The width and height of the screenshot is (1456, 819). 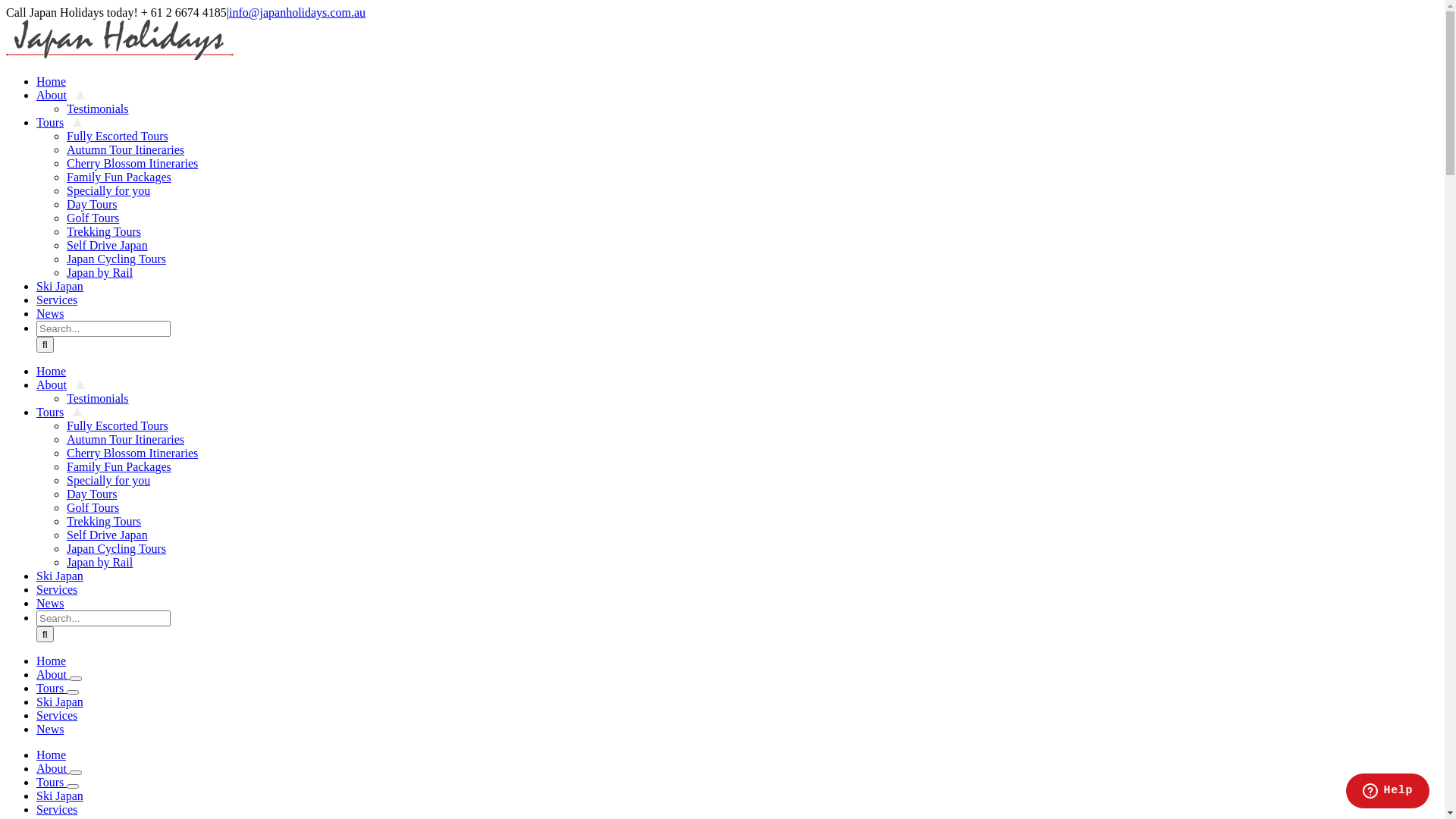 What do you see at coordinates (59, 701) in the screenshot?
I see `'Ski Japan'` at bounding box center [59, 701].